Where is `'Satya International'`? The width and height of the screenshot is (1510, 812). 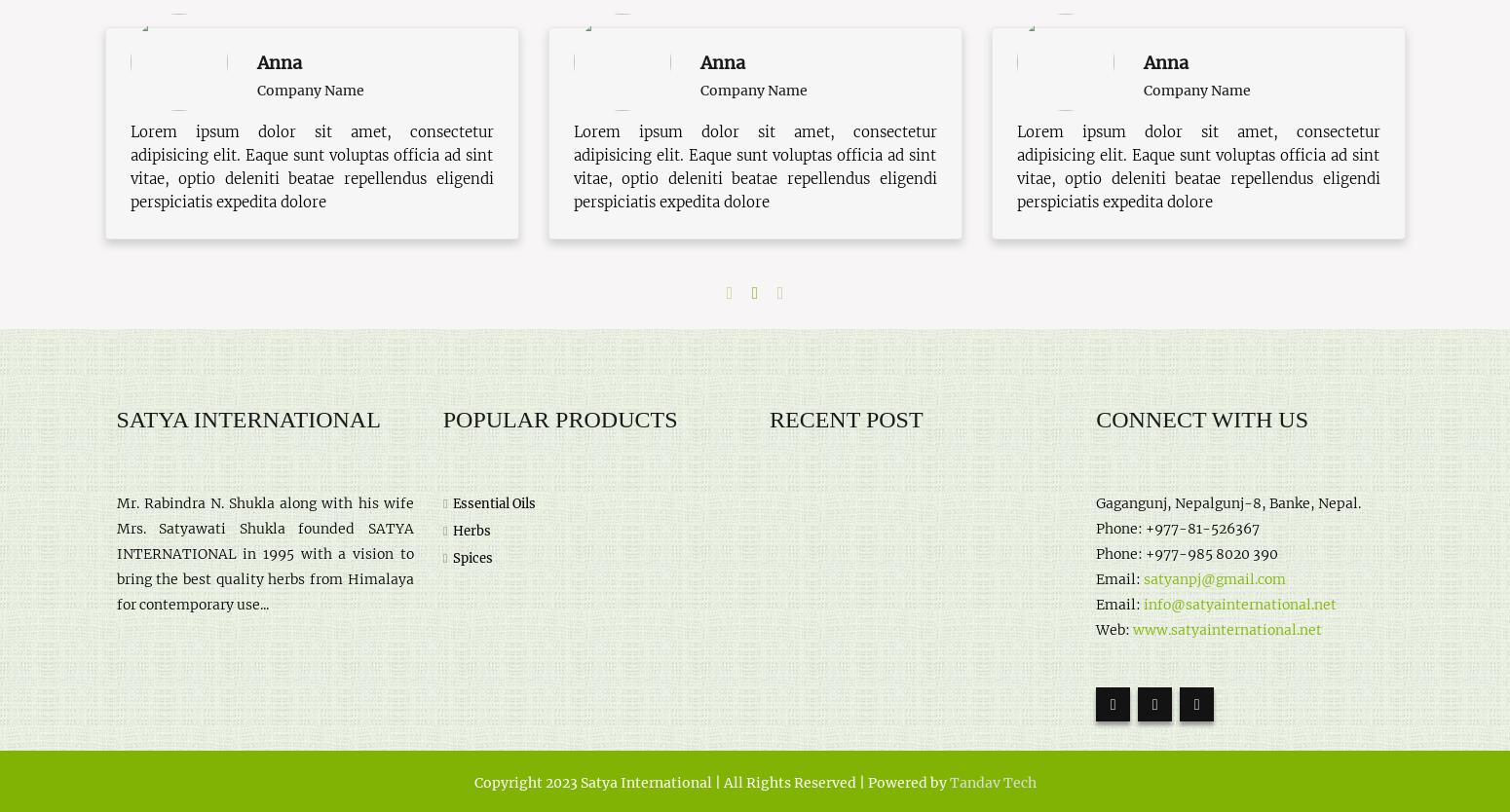
'Satya International' is located at coordinates (247, 419).